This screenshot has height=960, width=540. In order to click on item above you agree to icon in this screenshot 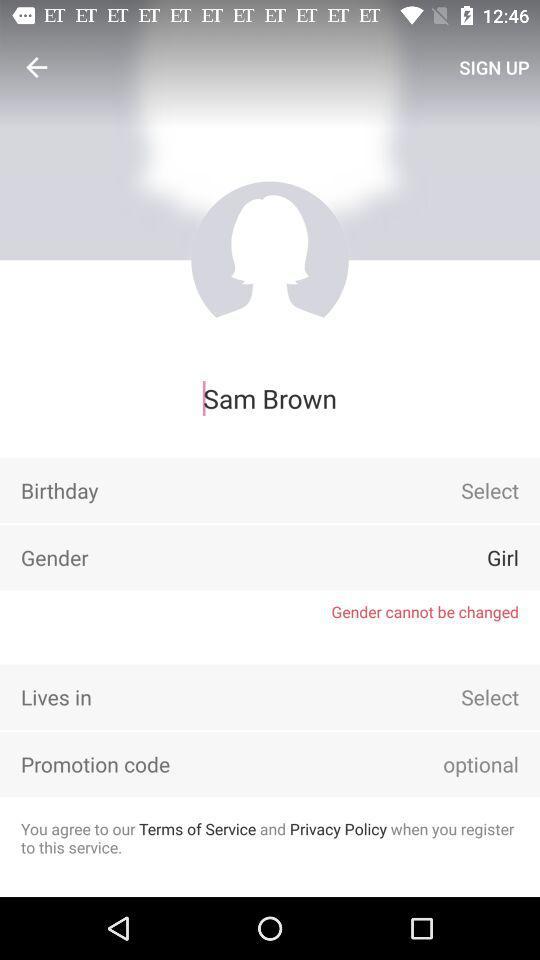, I will do `click(453, 763)`.